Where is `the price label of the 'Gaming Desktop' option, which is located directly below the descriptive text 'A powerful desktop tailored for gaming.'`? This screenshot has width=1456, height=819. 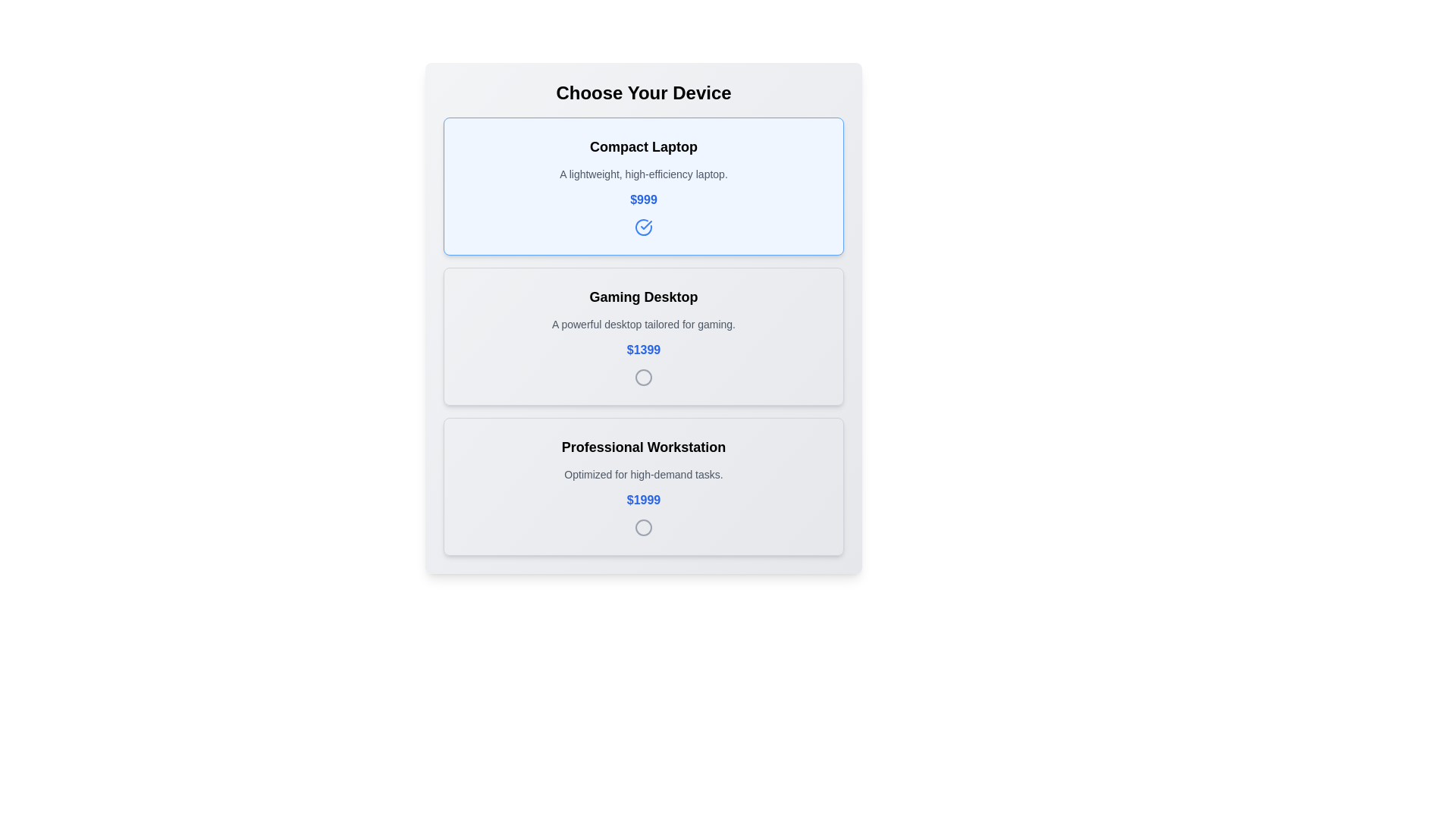 the price label of the 'Gaming Desktop' option, which is located directly below the descriptive text 'A powerful desktop tailored for gaming.' is located at coordinates (644, 350).